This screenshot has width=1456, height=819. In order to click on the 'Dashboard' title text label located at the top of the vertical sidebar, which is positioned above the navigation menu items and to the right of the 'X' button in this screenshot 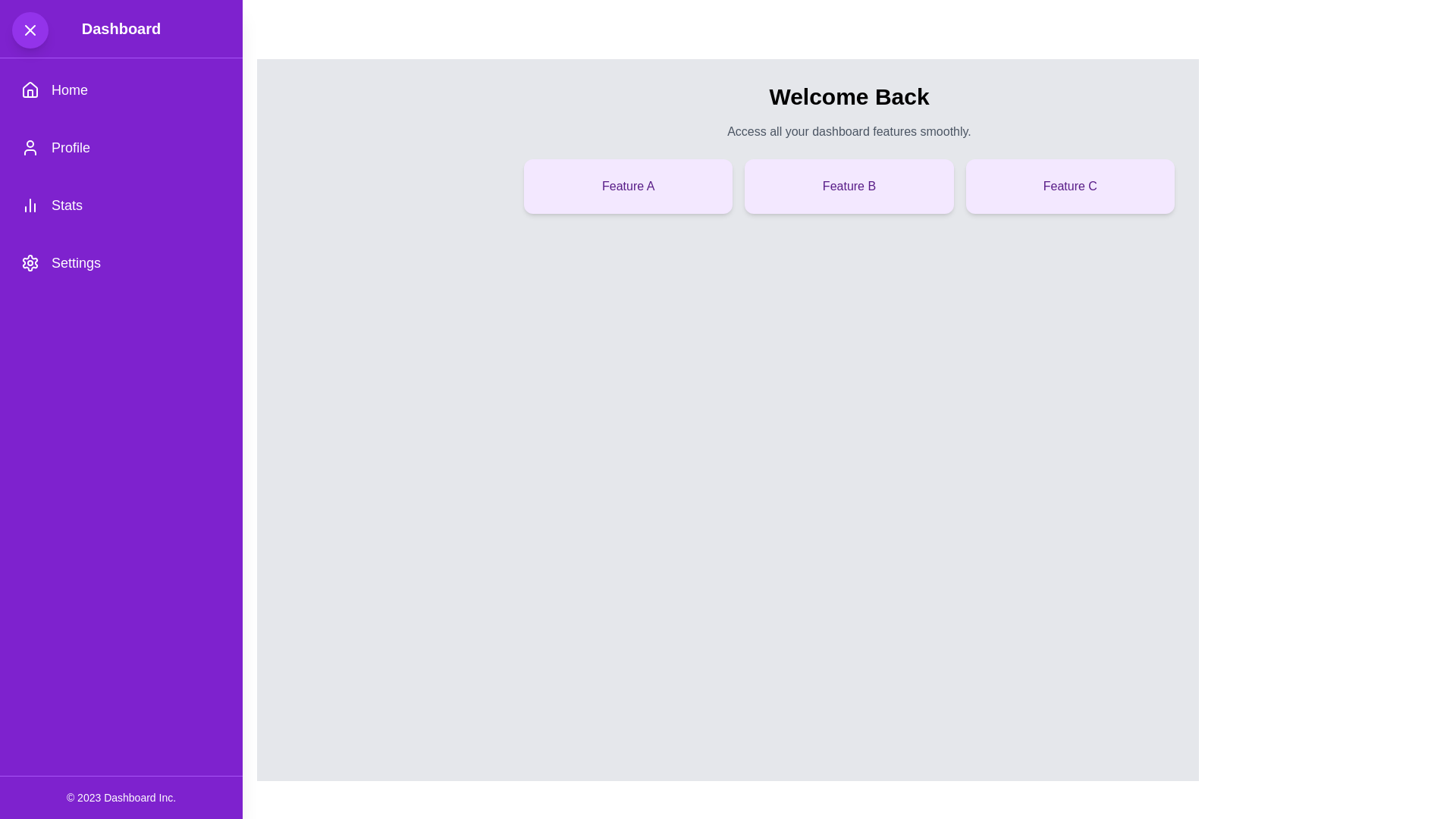, I will do `click(120, 29)`.